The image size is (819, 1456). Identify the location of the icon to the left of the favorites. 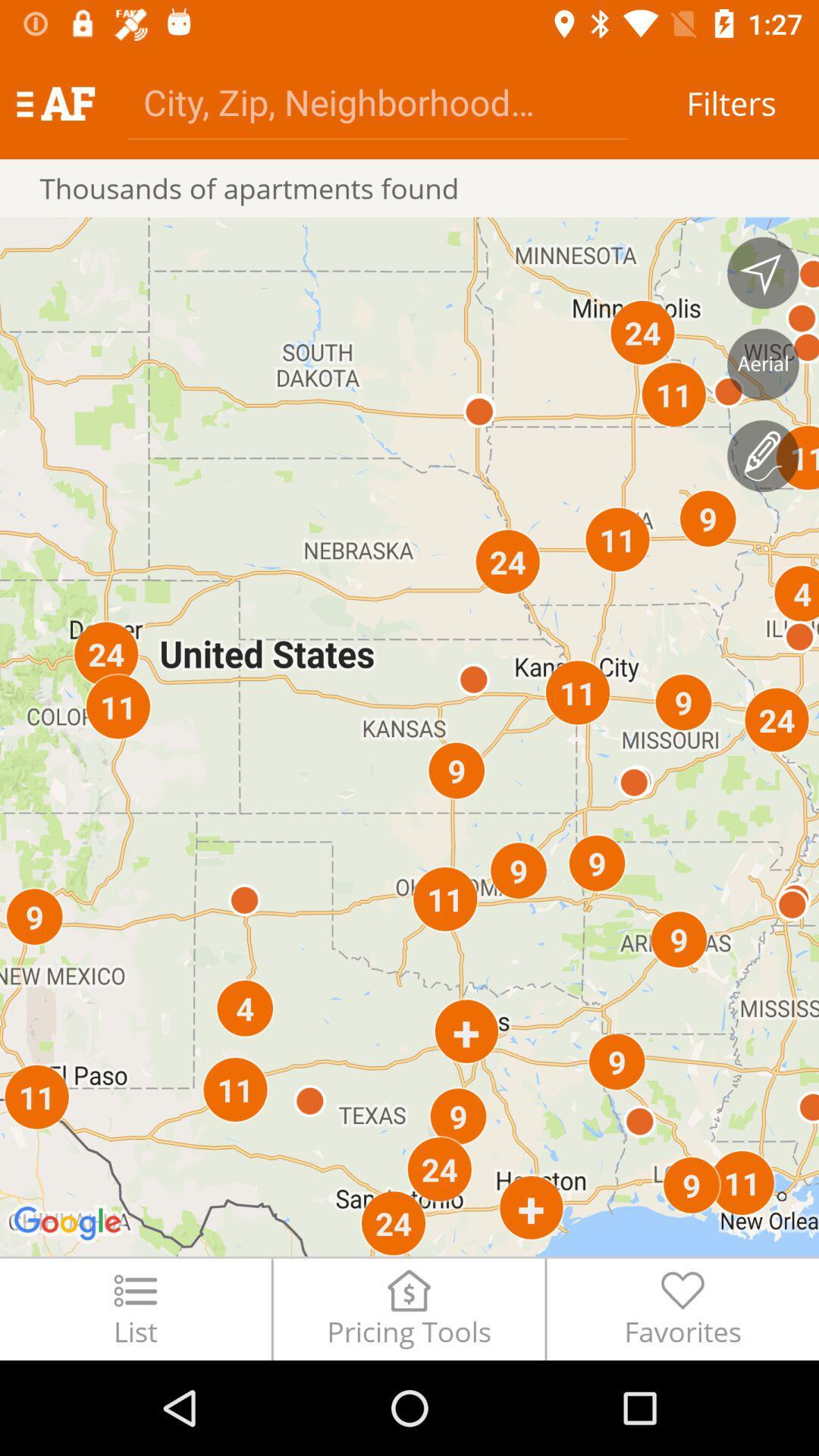
(408, 1308).